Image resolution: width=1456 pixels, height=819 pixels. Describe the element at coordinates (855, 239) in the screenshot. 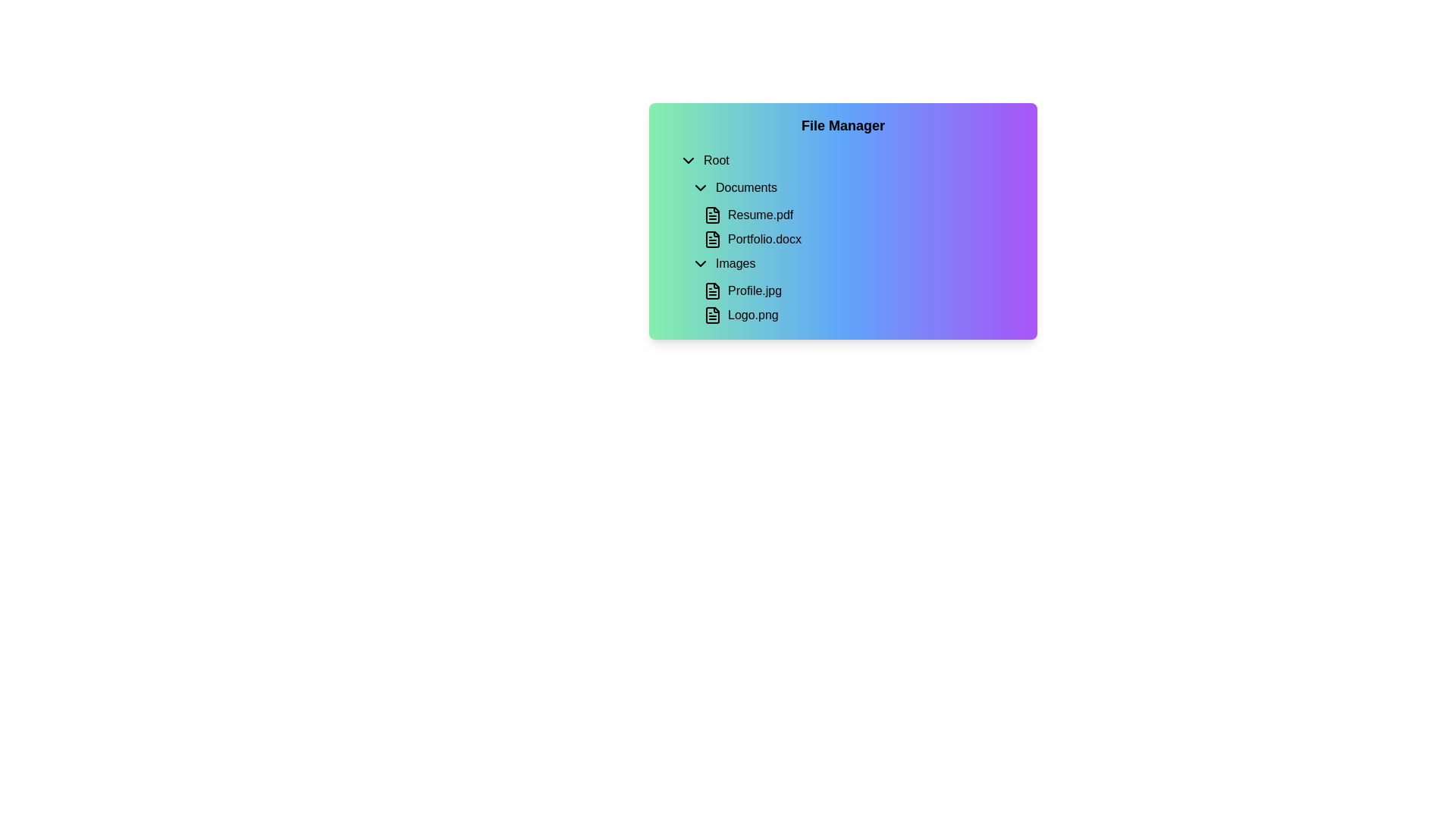

I see `the 'Portfolio.docx' file entry in the 'Documents' section of the File Manager` at that location.